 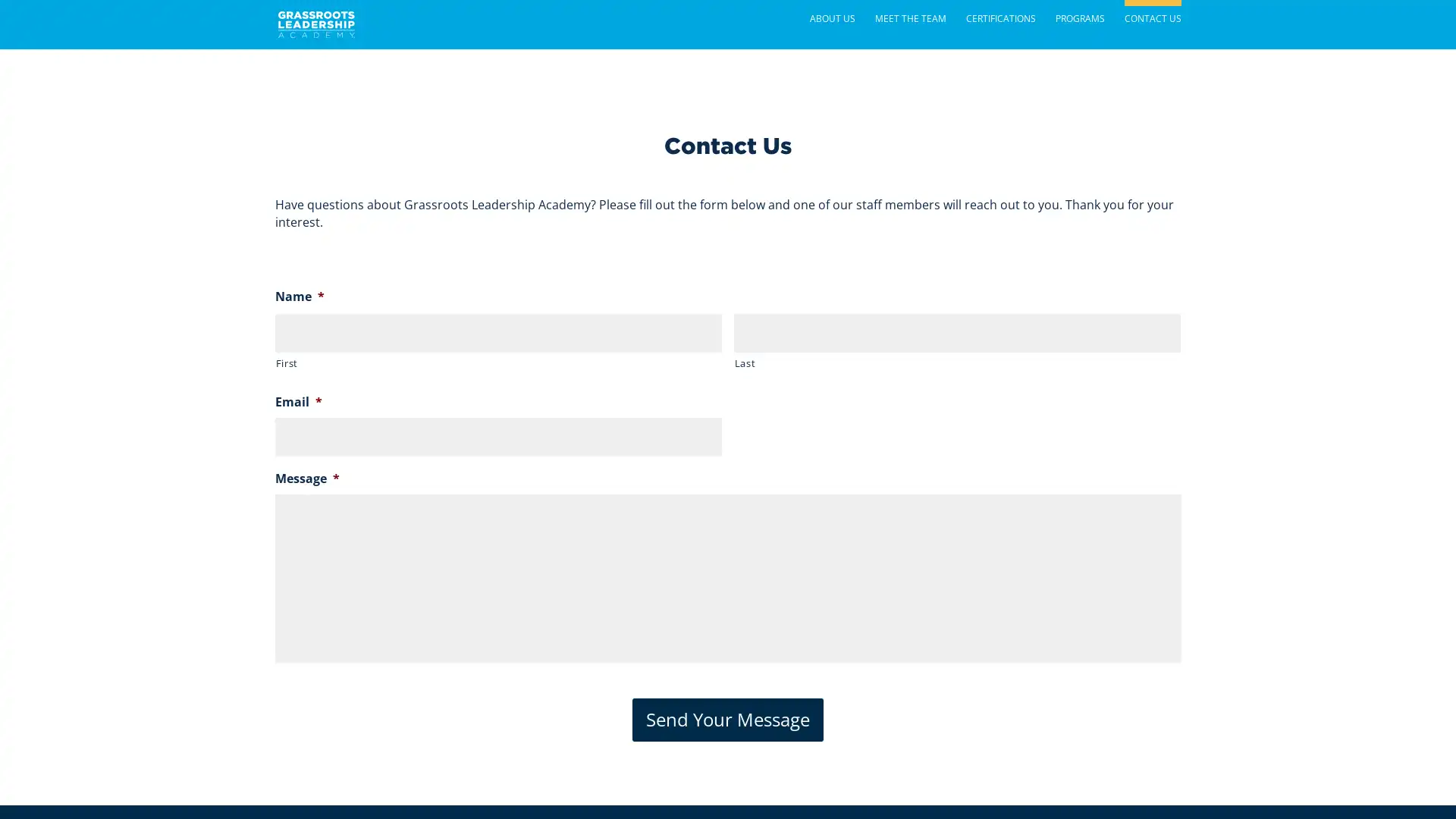 What do you see at coordinates (728, 718) in the screenshot?
I see `Send Your Message` at bounding box center [728, 718].